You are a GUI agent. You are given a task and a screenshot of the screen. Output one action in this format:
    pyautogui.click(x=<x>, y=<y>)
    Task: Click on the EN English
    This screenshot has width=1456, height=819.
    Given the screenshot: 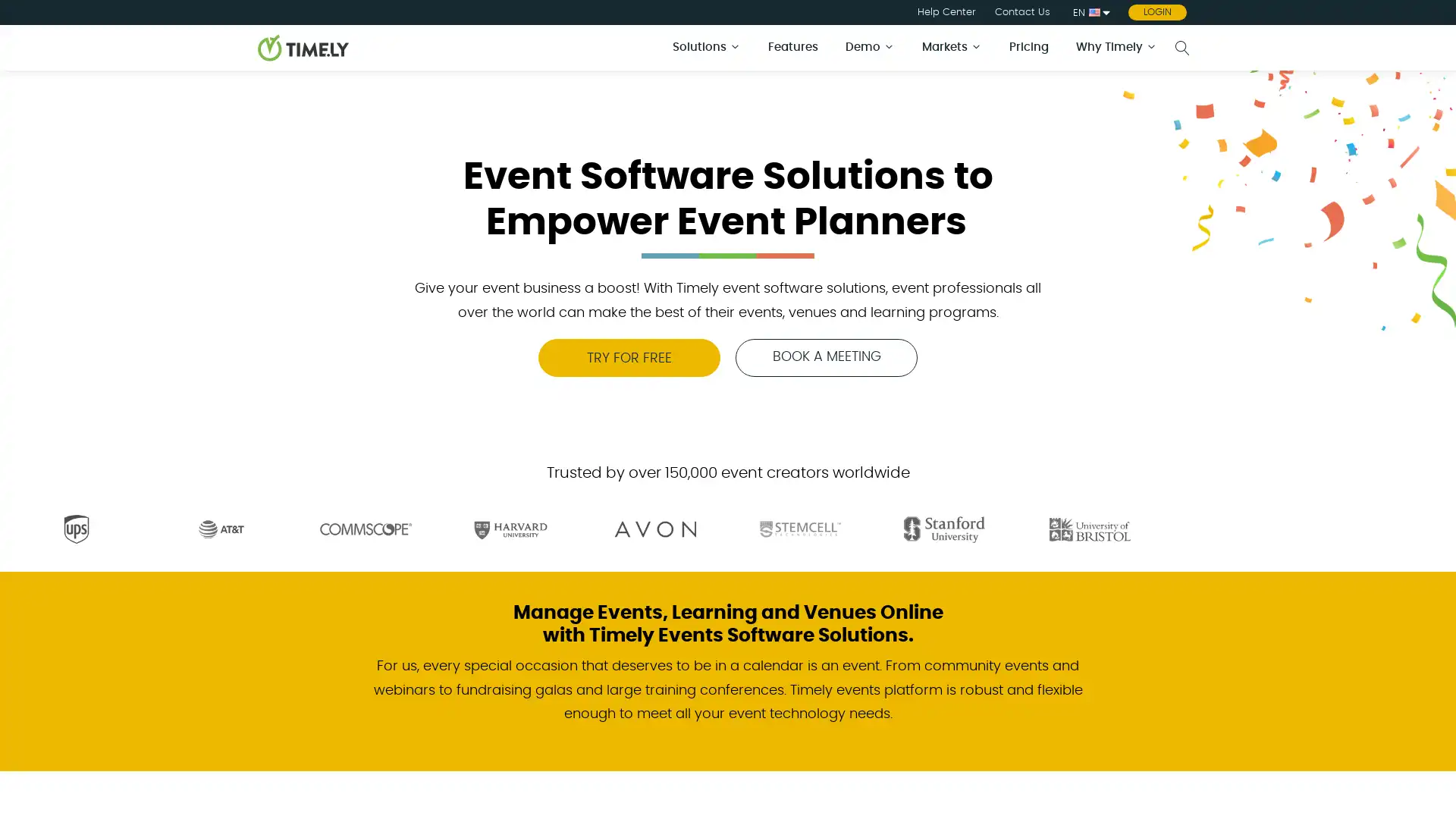 What is the action you would take?
    pyautogui.click(x=1093, y=11)
    